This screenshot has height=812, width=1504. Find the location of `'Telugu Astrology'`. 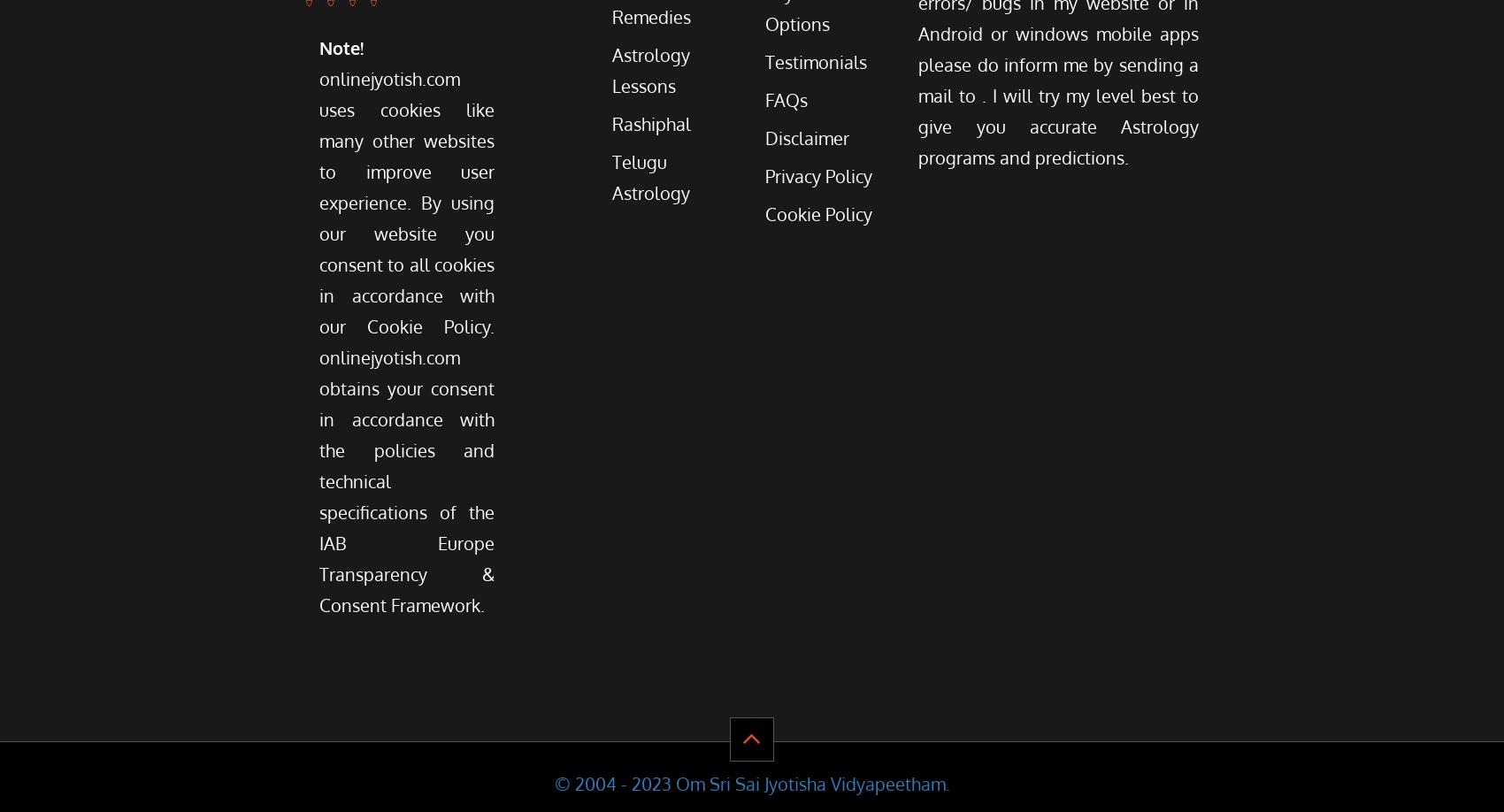

'Telugu Astrology' is located at coordinates (650, 177).